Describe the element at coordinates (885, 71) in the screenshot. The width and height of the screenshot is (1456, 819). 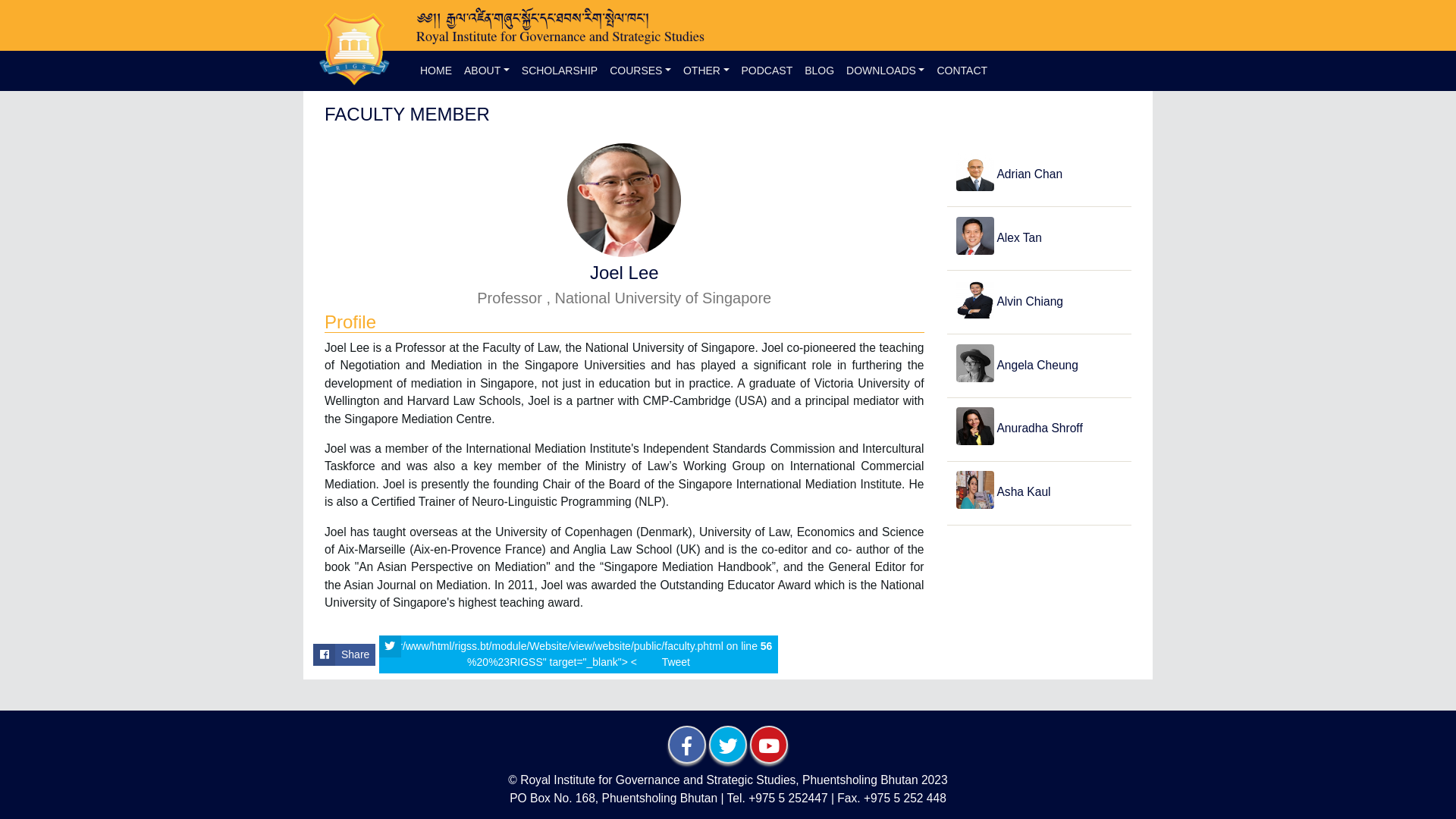
I see `'DOWNLOADS'` at that location.